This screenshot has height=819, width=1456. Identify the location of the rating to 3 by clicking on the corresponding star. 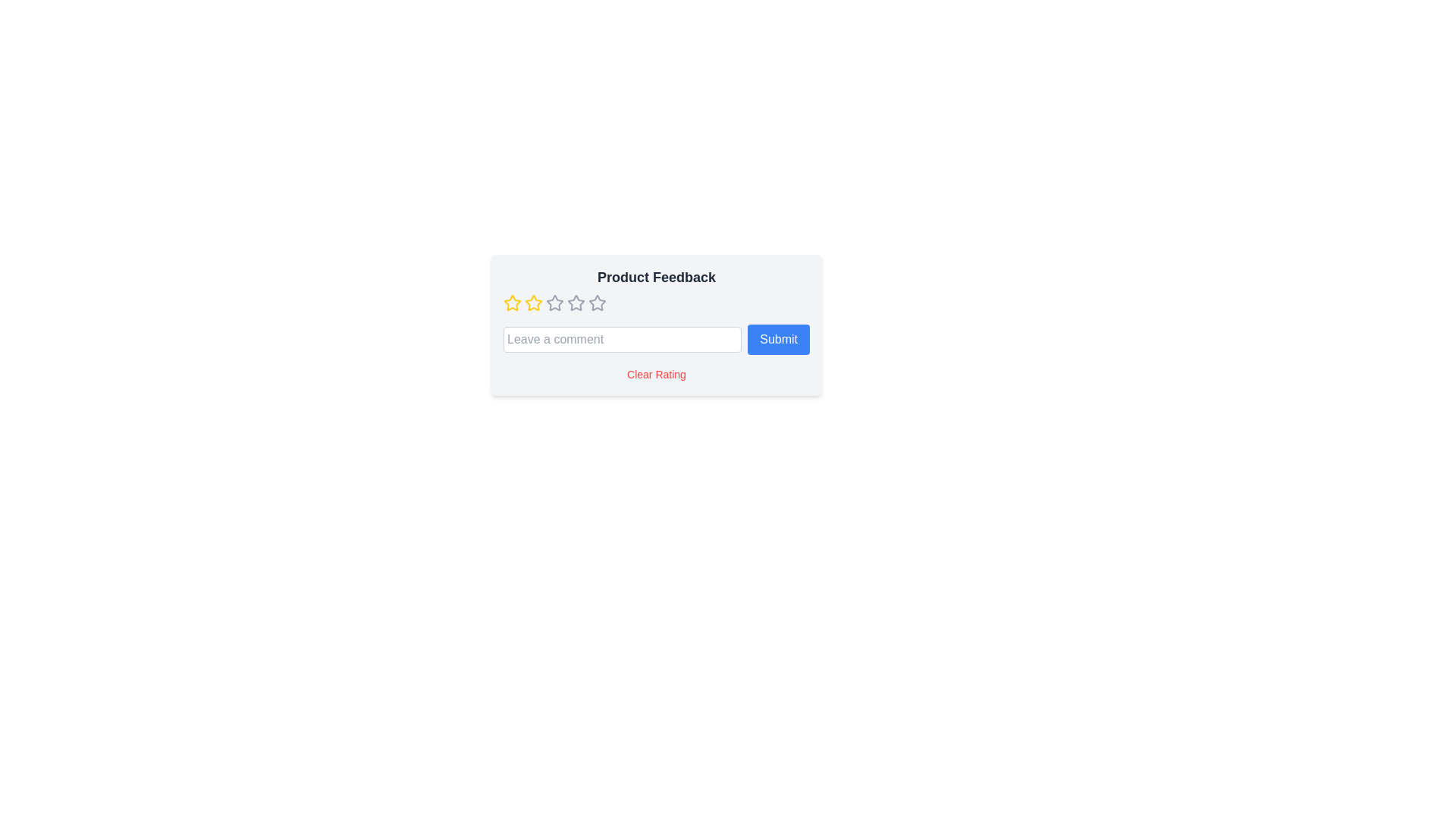
(554, 303).